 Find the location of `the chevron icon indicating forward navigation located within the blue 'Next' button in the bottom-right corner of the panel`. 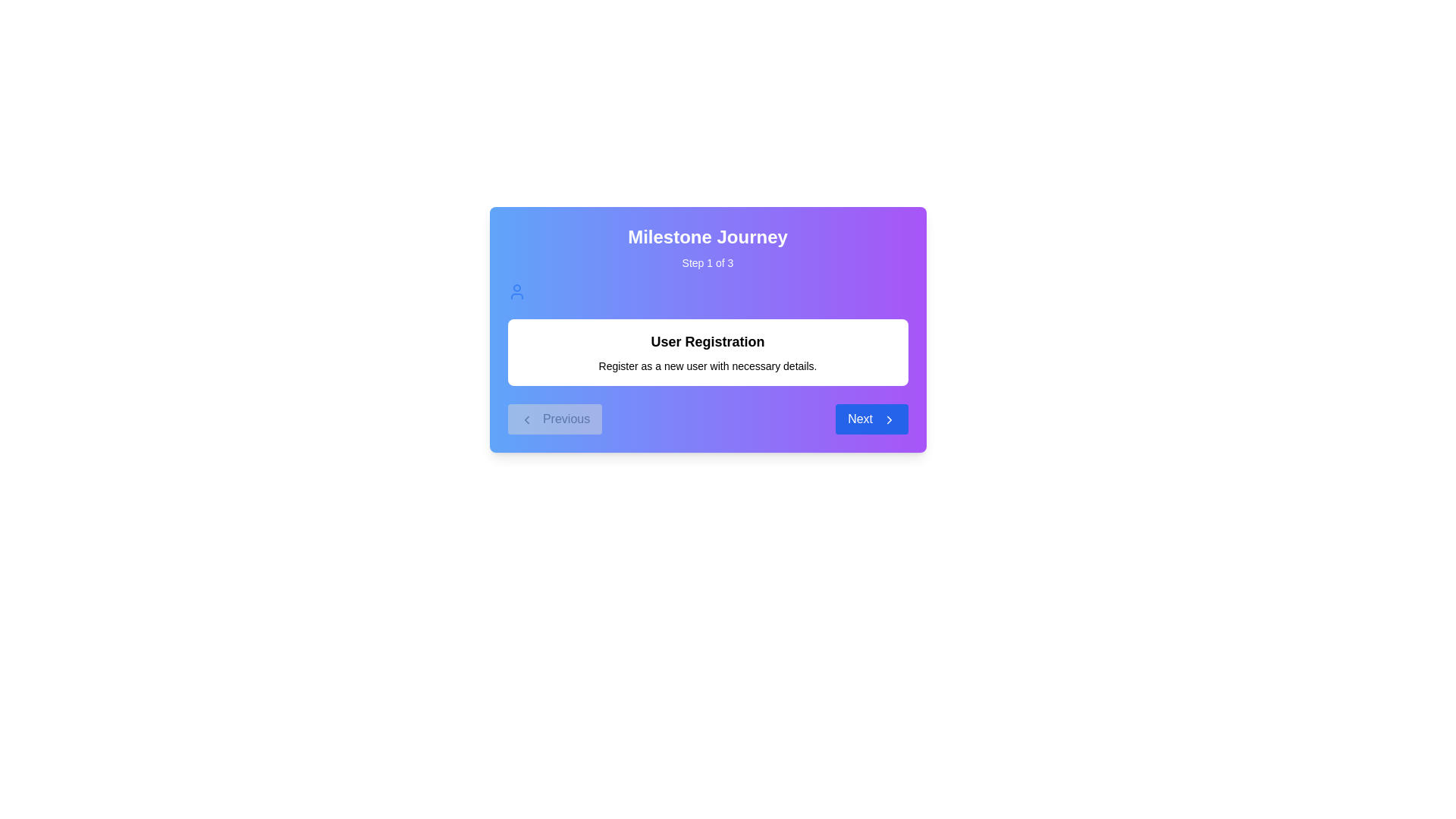

the chevron icon indicating forward navigation located within the blue 'Next' button in the bottom-right corner of the panel is located at coordinates (889, 419).